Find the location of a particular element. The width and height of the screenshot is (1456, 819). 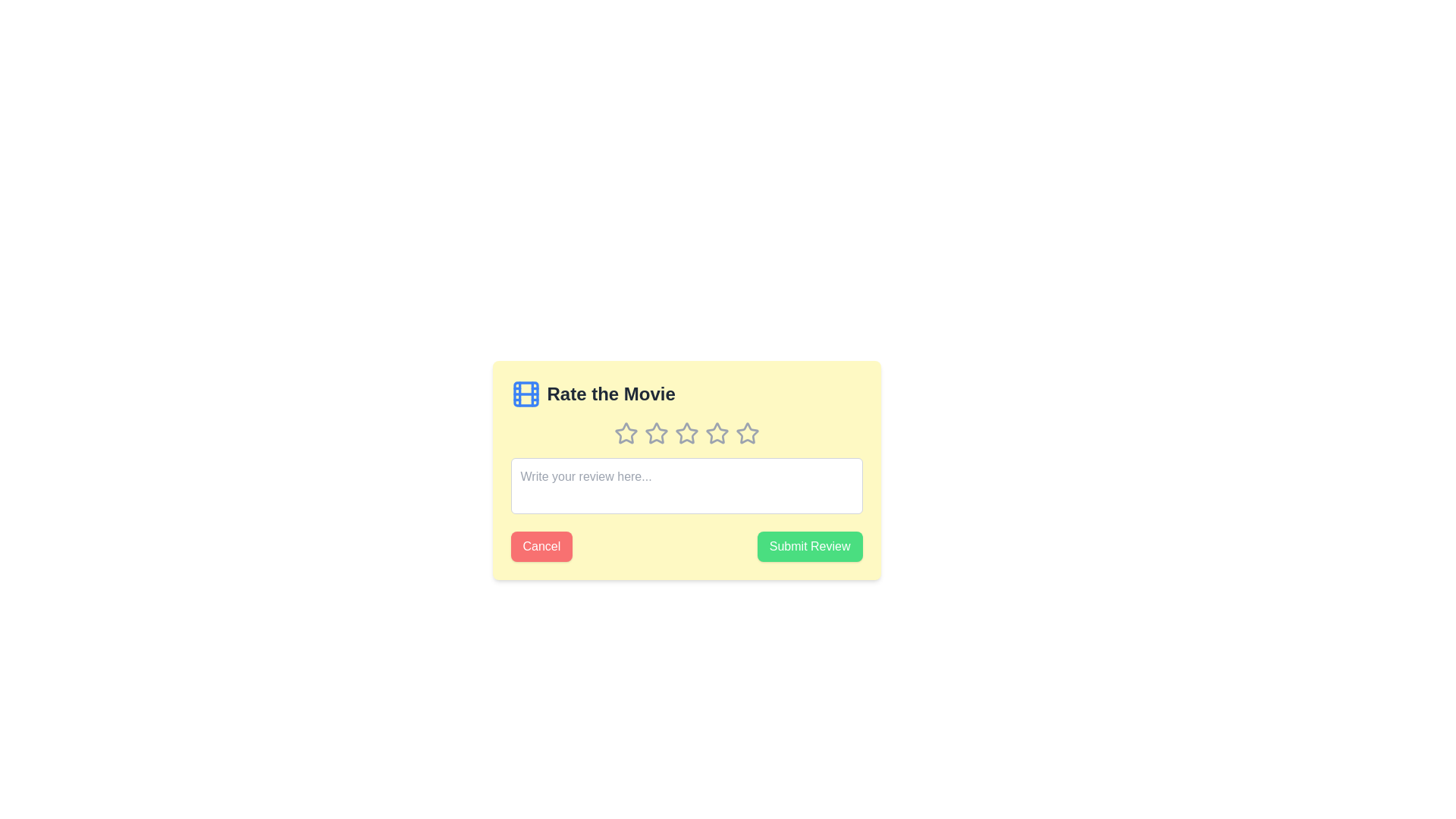

the first star button in the rating system is located at coordinates (626, 433).